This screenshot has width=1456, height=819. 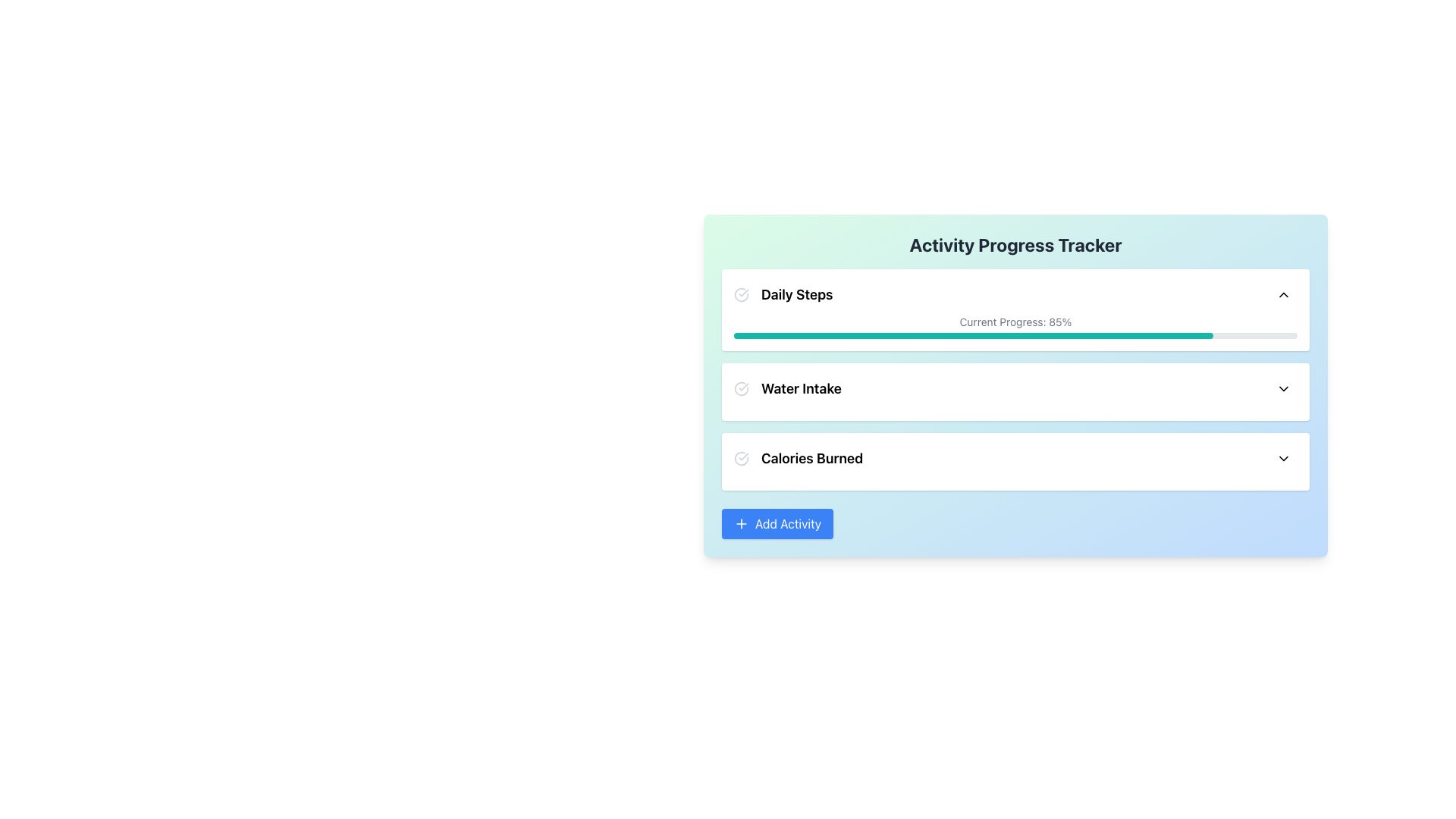 I want to click on the upward-pointing arrow icon used for expanding or collapsing content, so click(x=1283, y=295).